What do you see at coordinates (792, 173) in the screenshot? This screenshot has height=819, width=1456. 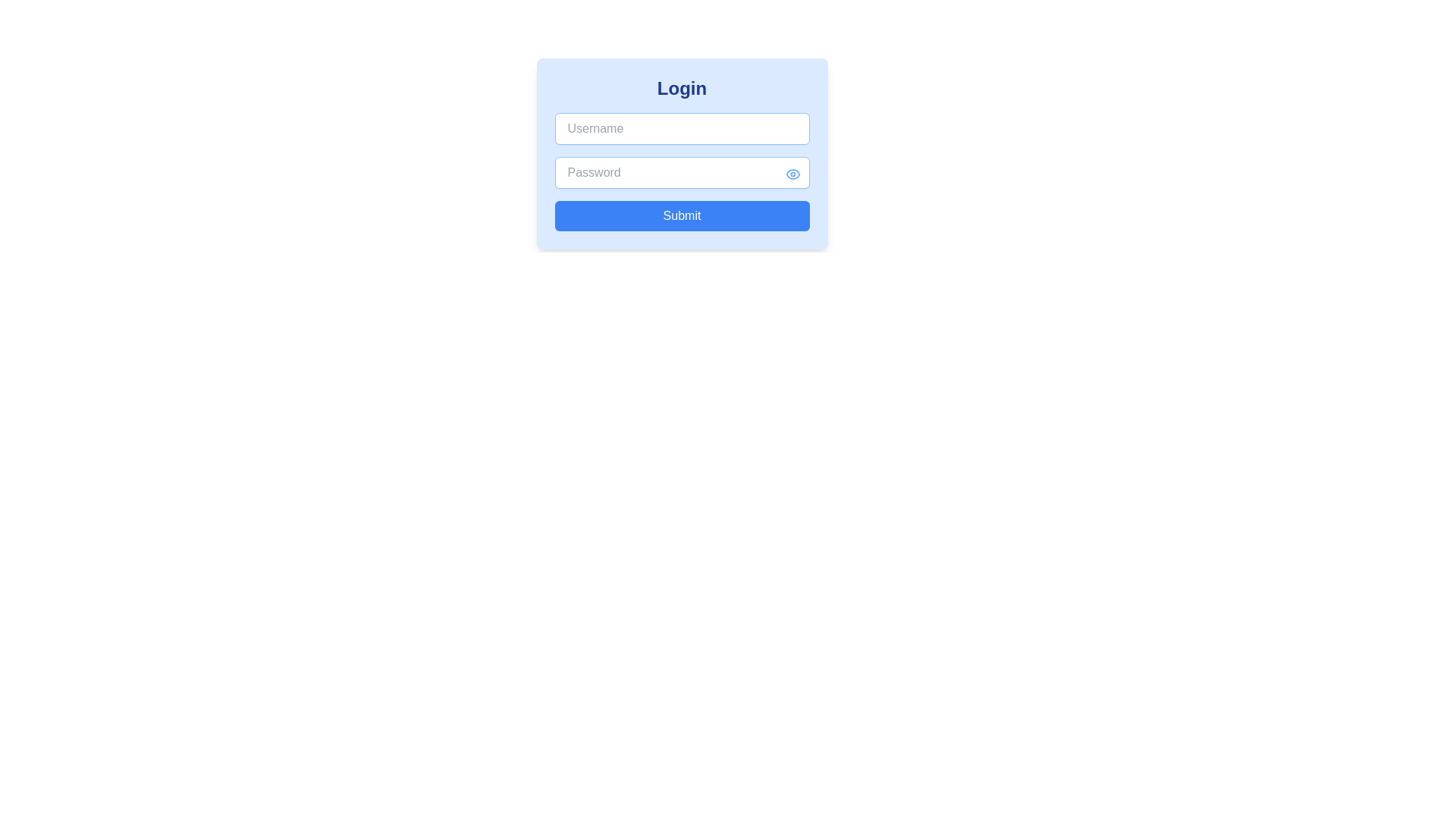 I see `the eye-shaped icon located to the right of the password input field` at bounding box center [792, 173].